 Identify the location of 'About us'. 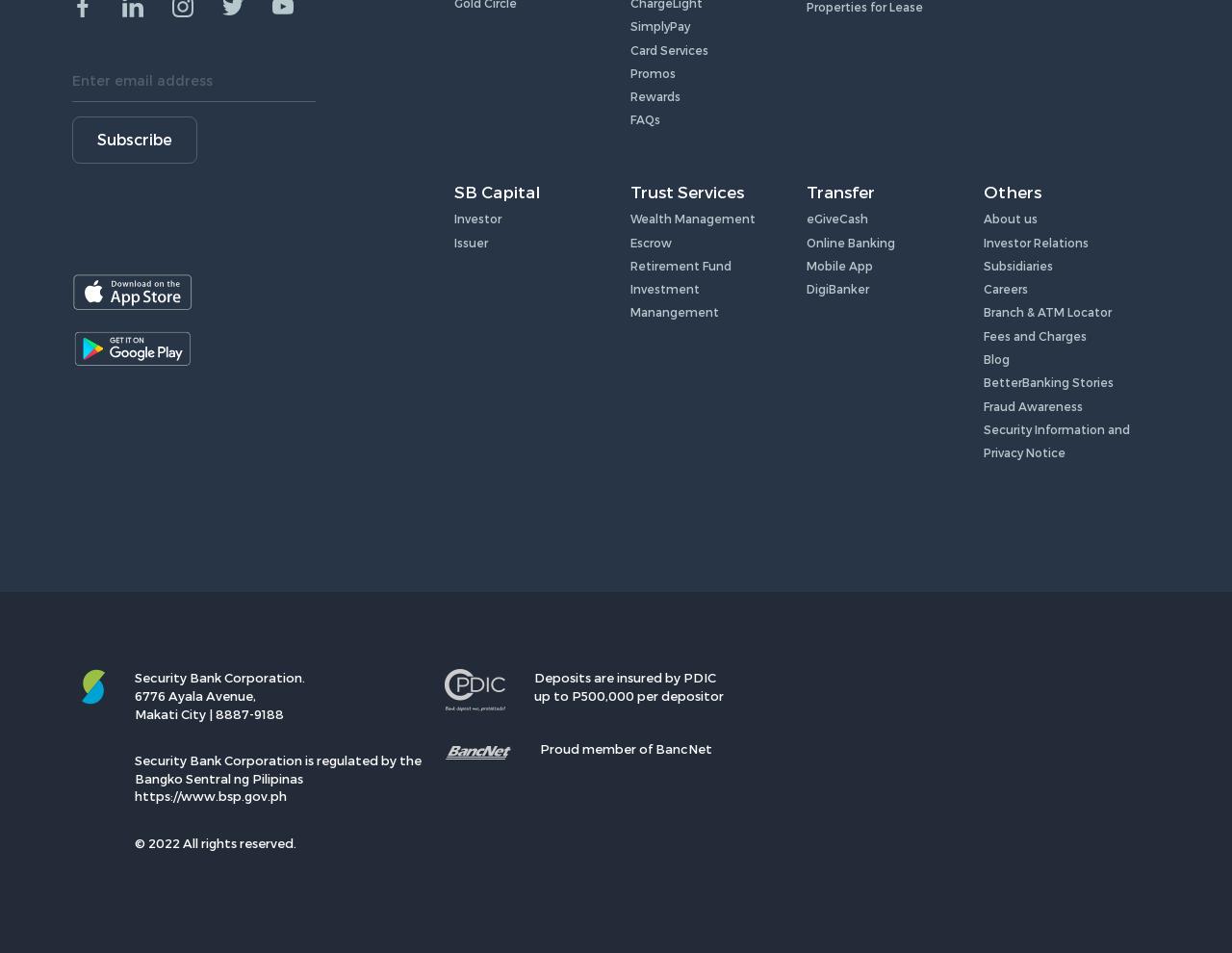
(1008, 218).